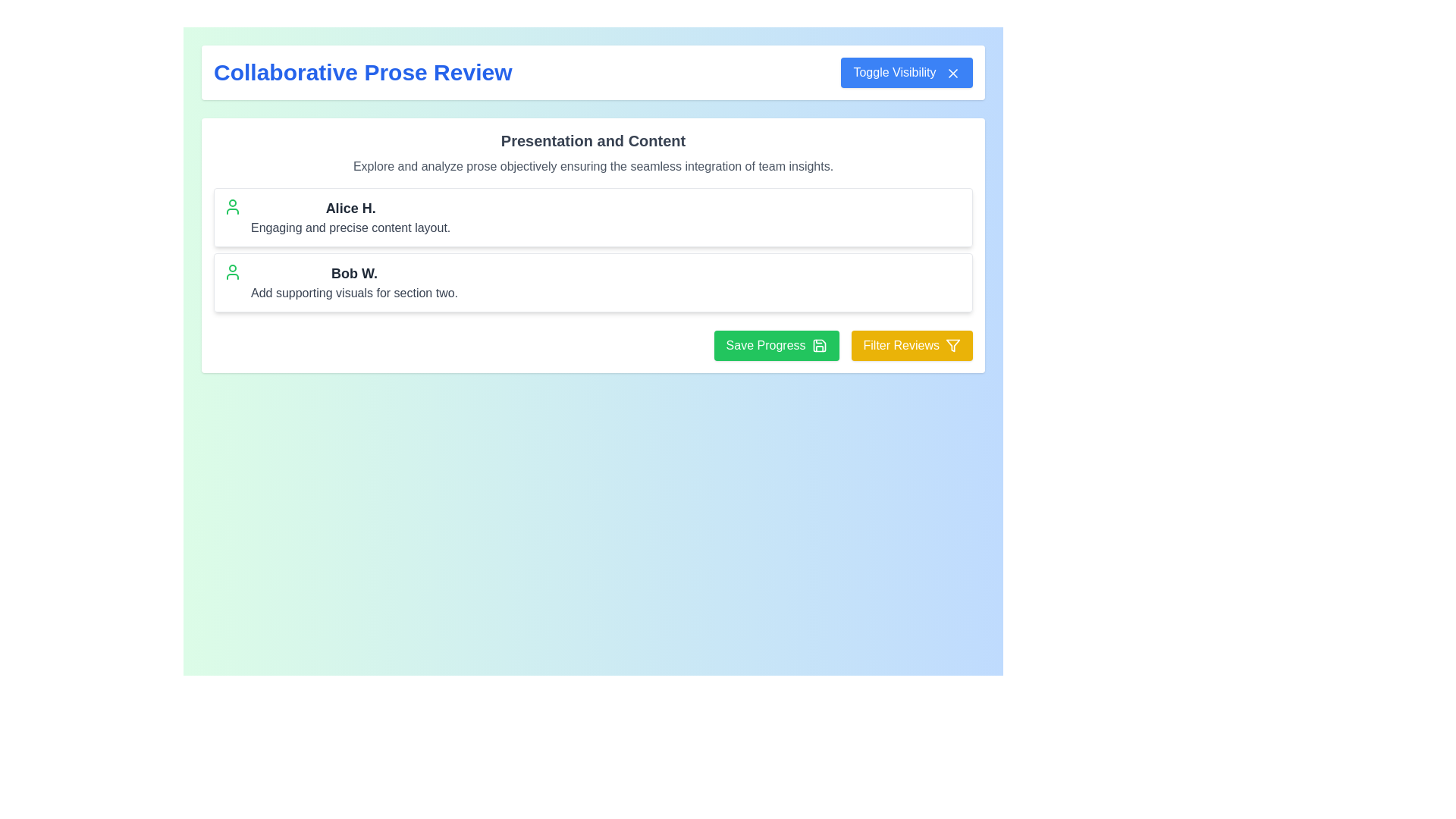  What do you see at coordinates (350, 217) in the screenshot?
I see `text content of the Label displaying 'Alice H.', which is the first item in a vertical list on a white background in the upper section of the interface` at bounding box center [350, 217].